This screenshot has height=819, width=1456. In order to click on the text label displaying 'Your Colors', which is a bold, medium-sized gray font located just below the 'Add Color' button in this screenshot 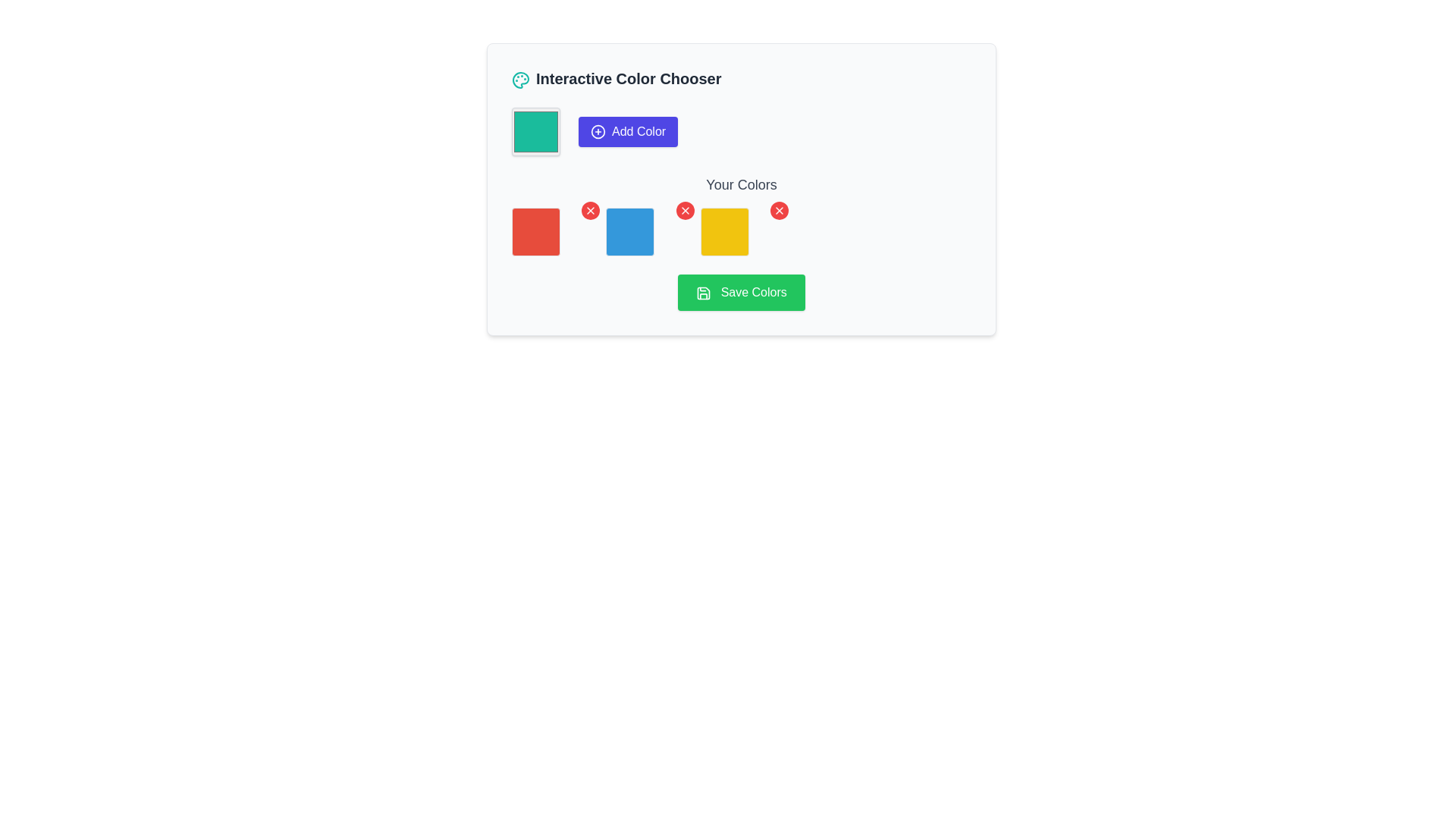, I will do `click(742, 184)`.